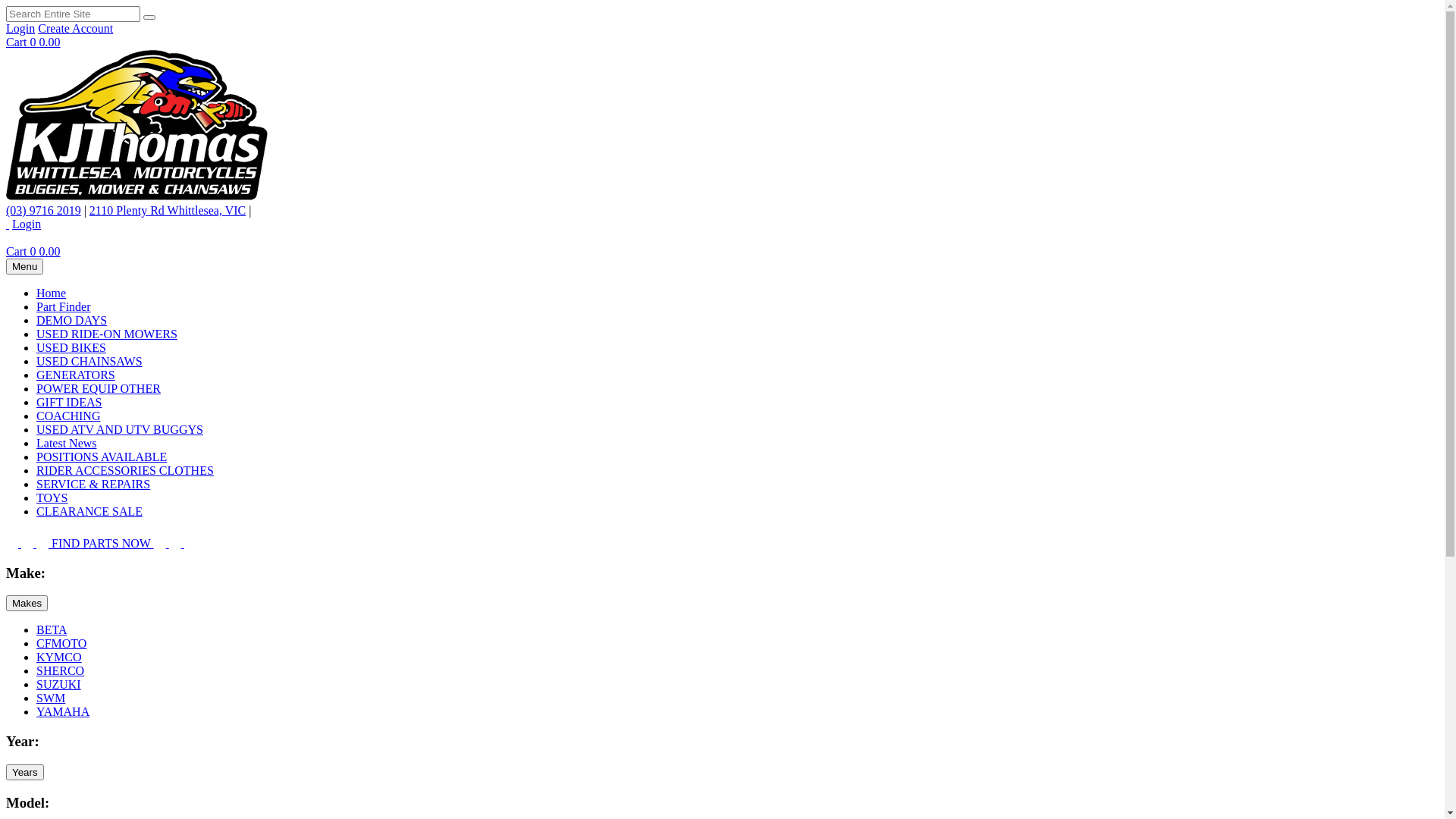 This screenshot has height=819, width=1456. Describe the element at coordinates (68, 401) in the screenshot. I see `'GIFT IDEAS'` at that location.